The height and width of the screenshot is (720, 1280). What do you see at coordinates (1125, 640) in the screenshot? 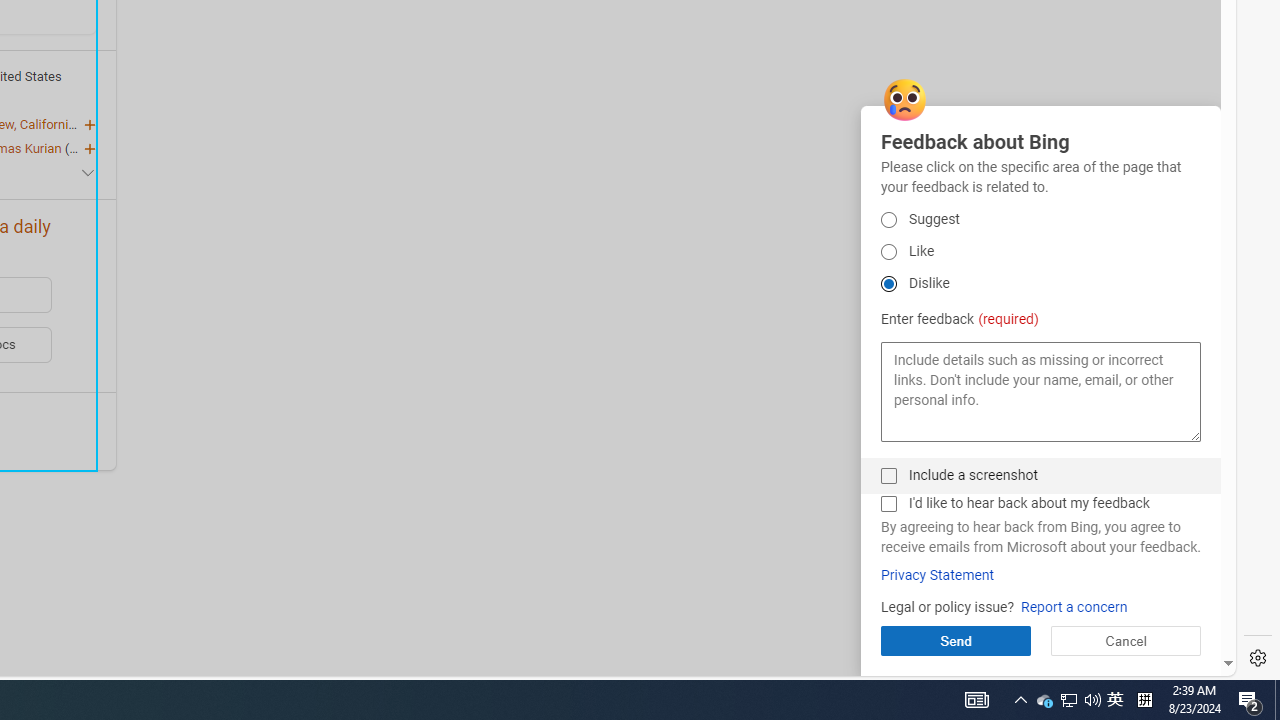
I see `'Cancel'` at bounding box center [1125, 640].